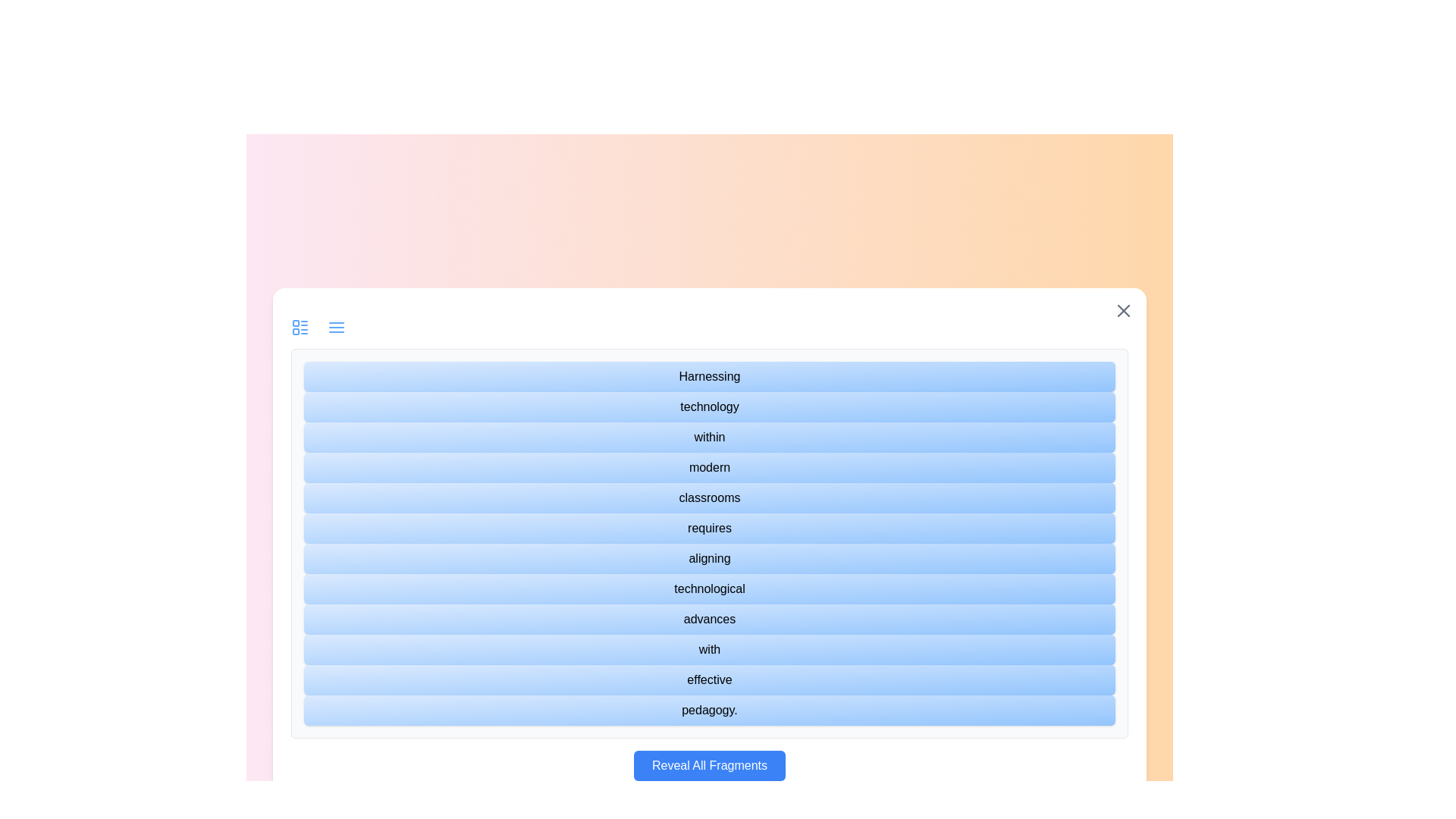  What do you see at coordinates (709, 497) in the screenshot?
I see `the text fragment labeled 'classrooms'` at bounding box center [709, 497].